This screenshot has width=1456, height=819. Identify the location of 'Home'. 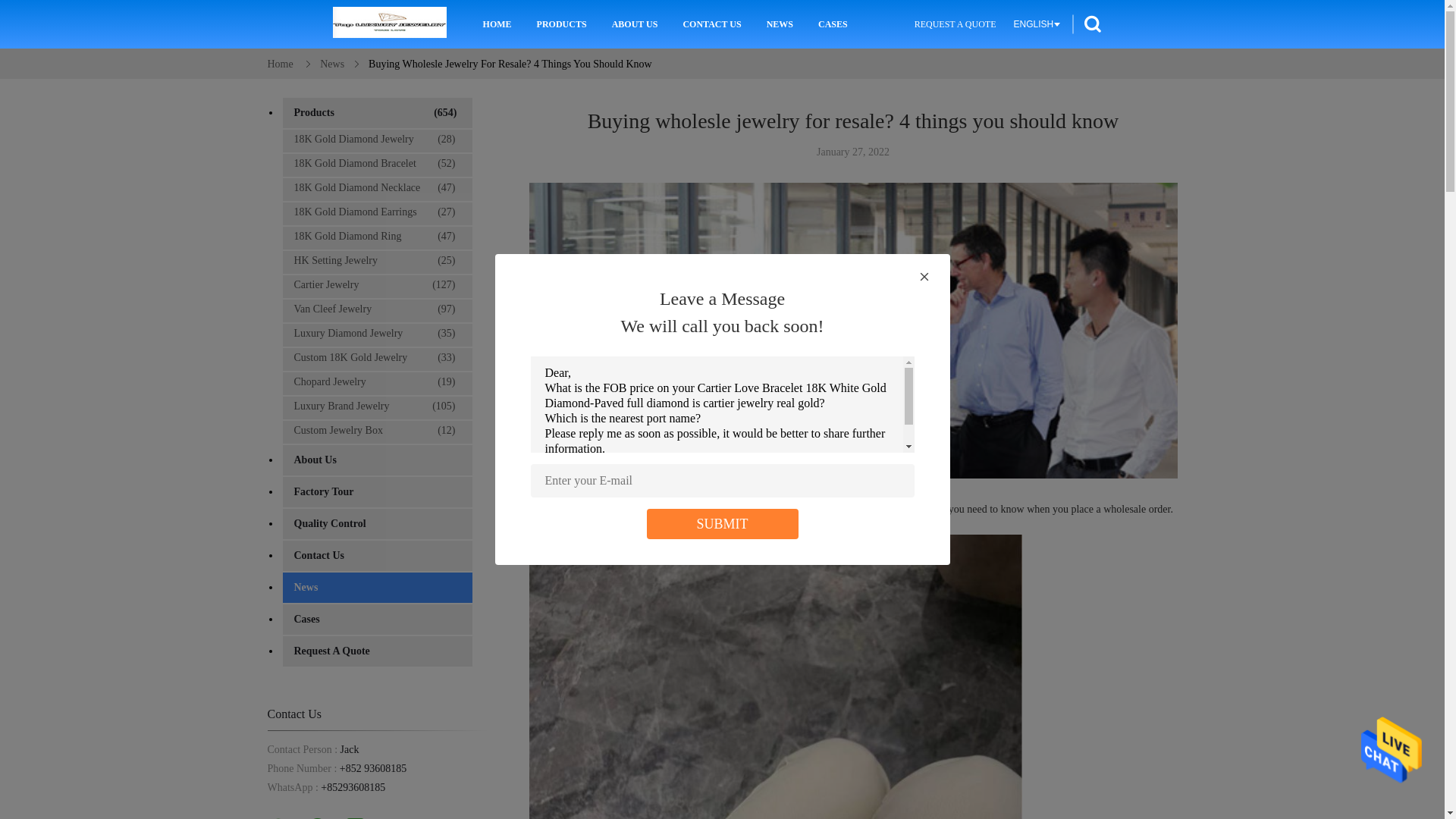
(280, 63).